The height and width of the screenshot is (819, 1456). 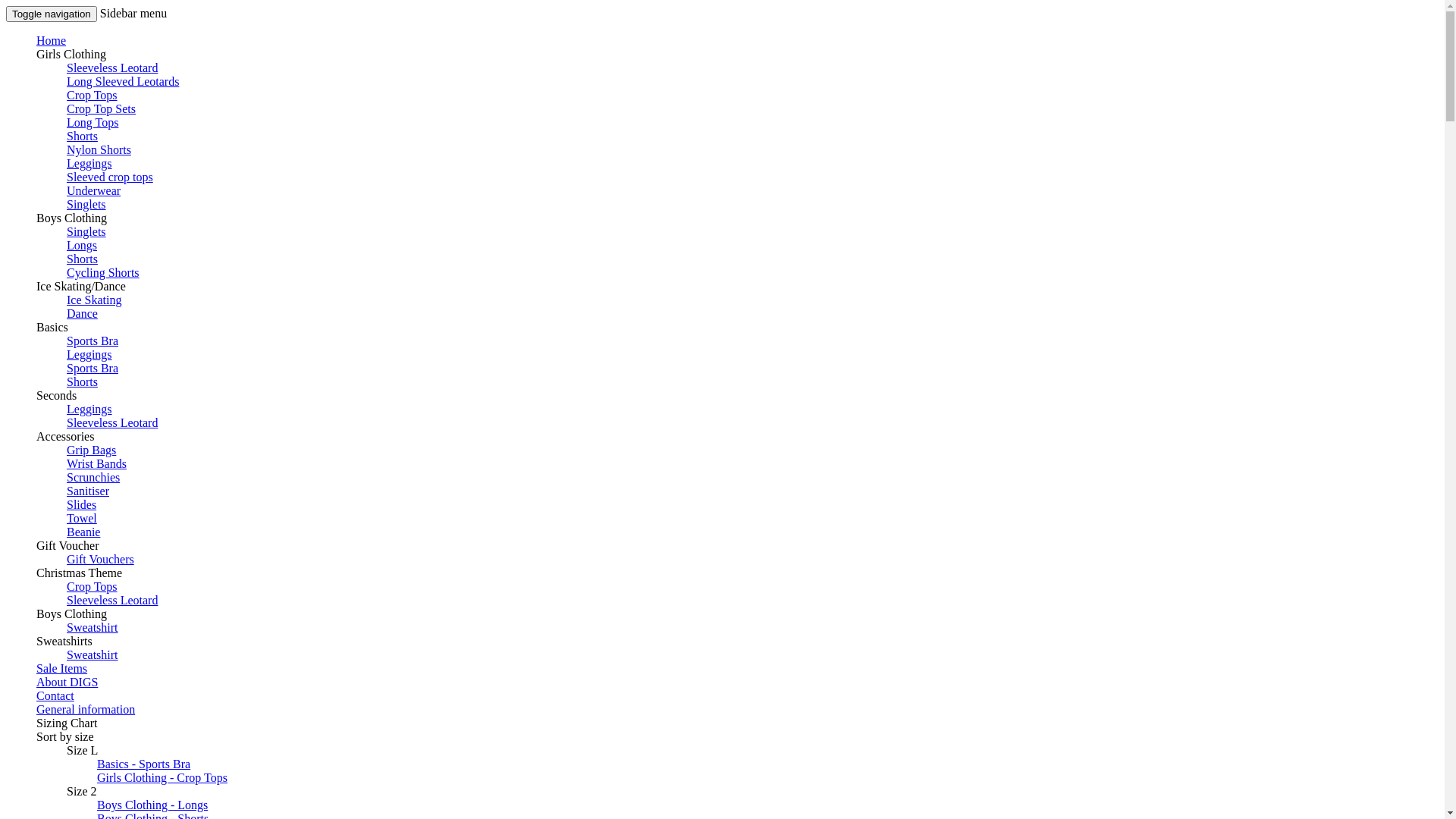 What do you see at coordinates (66, 681) in the screenshot?
I see `'About DIGS'` at bounding box center [66, 681].